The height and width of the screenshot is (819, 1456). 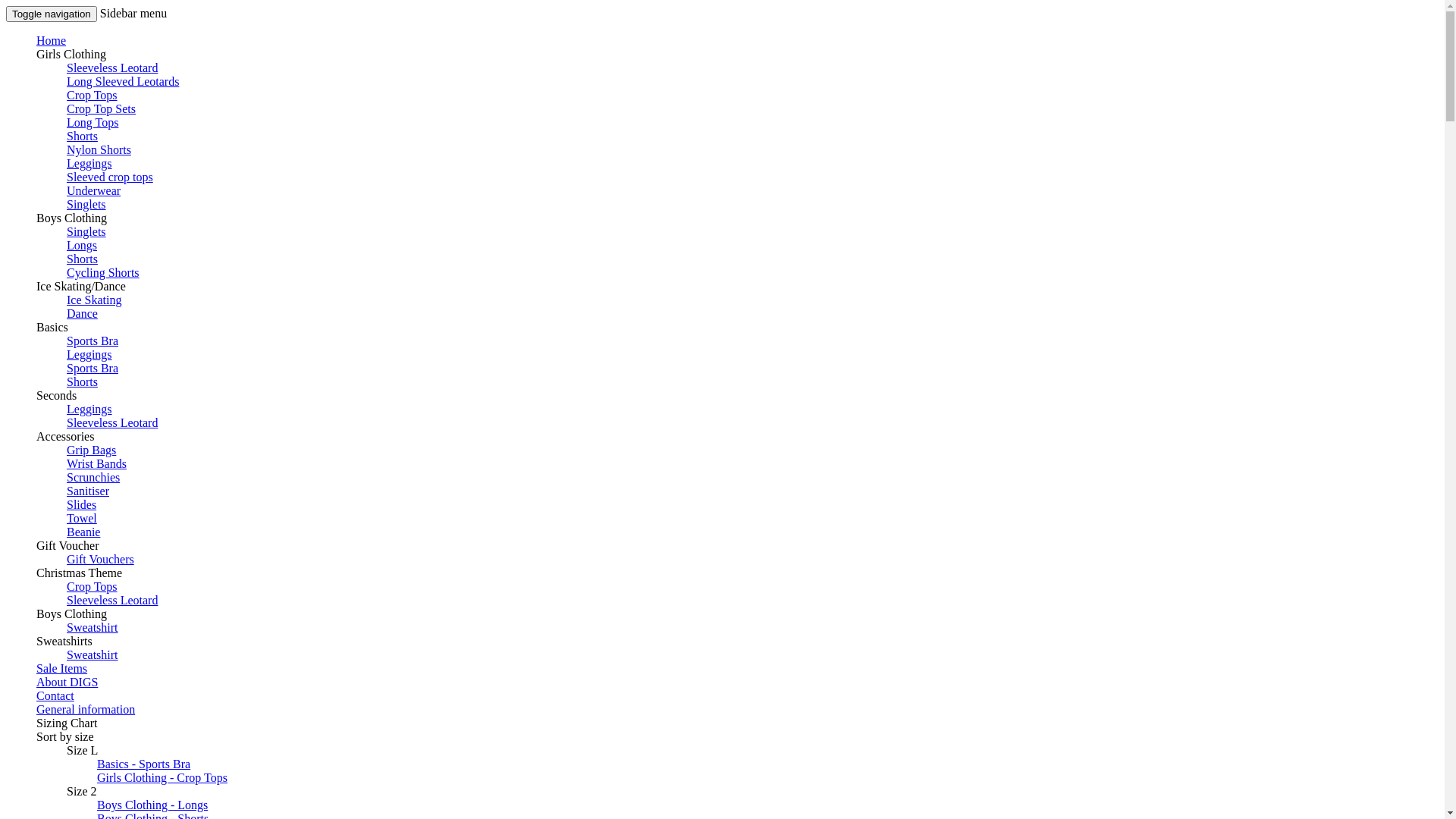 What do you see at coordinates (66, 681) in the screenshot?
I see `'About DIGS'` at bounding box center [66, 681].